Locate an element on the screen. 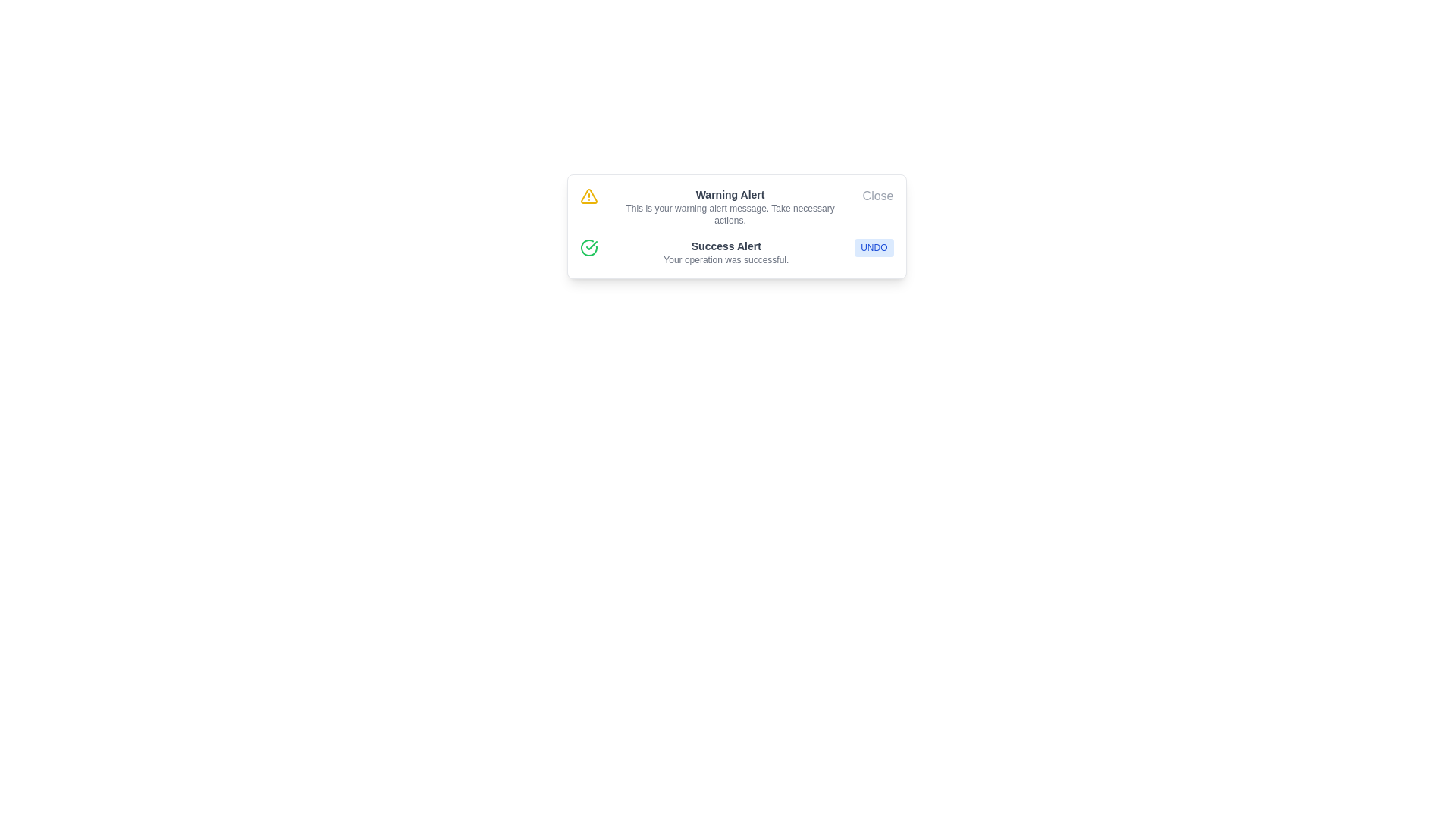  text label displaying 'Success Alert' which is positioned in the alert panel above the descriptive line of text is located at coordinates (725, 245).